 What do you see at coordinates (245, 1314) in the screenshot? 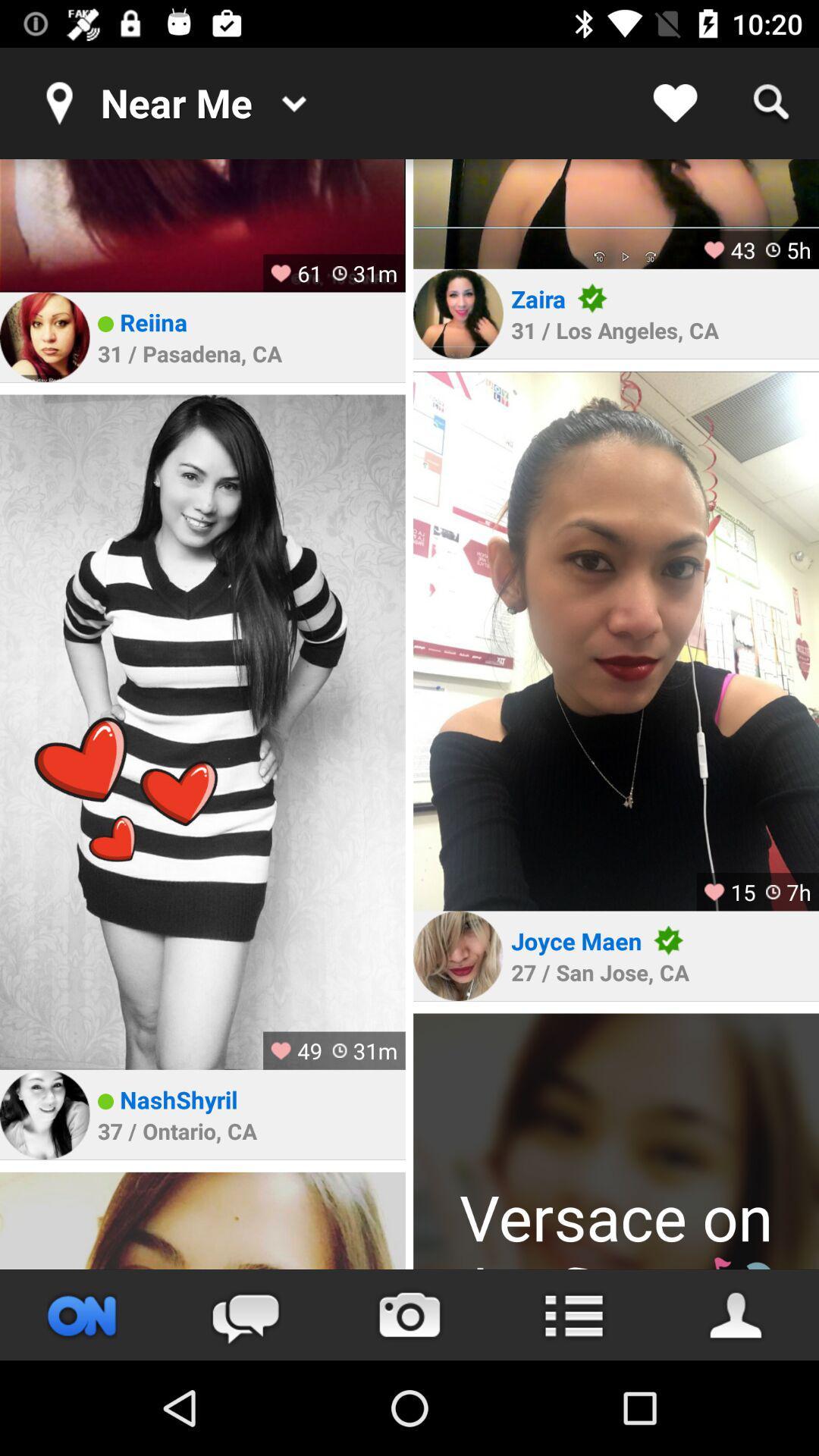
I see `message option` at bounding box center [245, 1314].